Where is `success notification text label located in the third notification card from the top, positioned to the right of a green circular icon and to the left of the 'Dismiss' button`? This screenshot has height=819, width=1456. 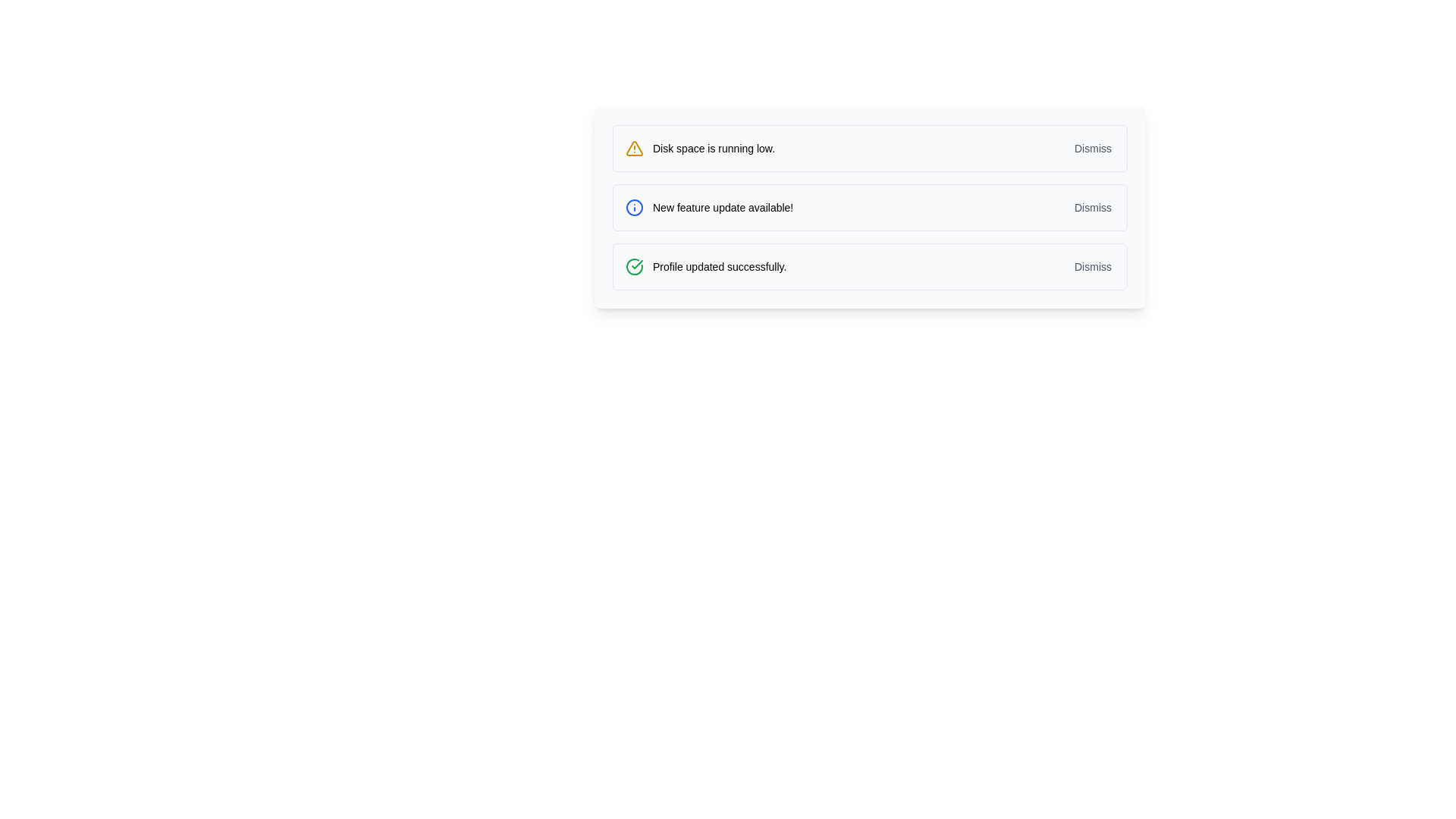 success notification text label located in the third notification card from the top, positioned to the right of a green circular icon and to the left of the 'Dismiss' button is located at coordinates (719, 265).